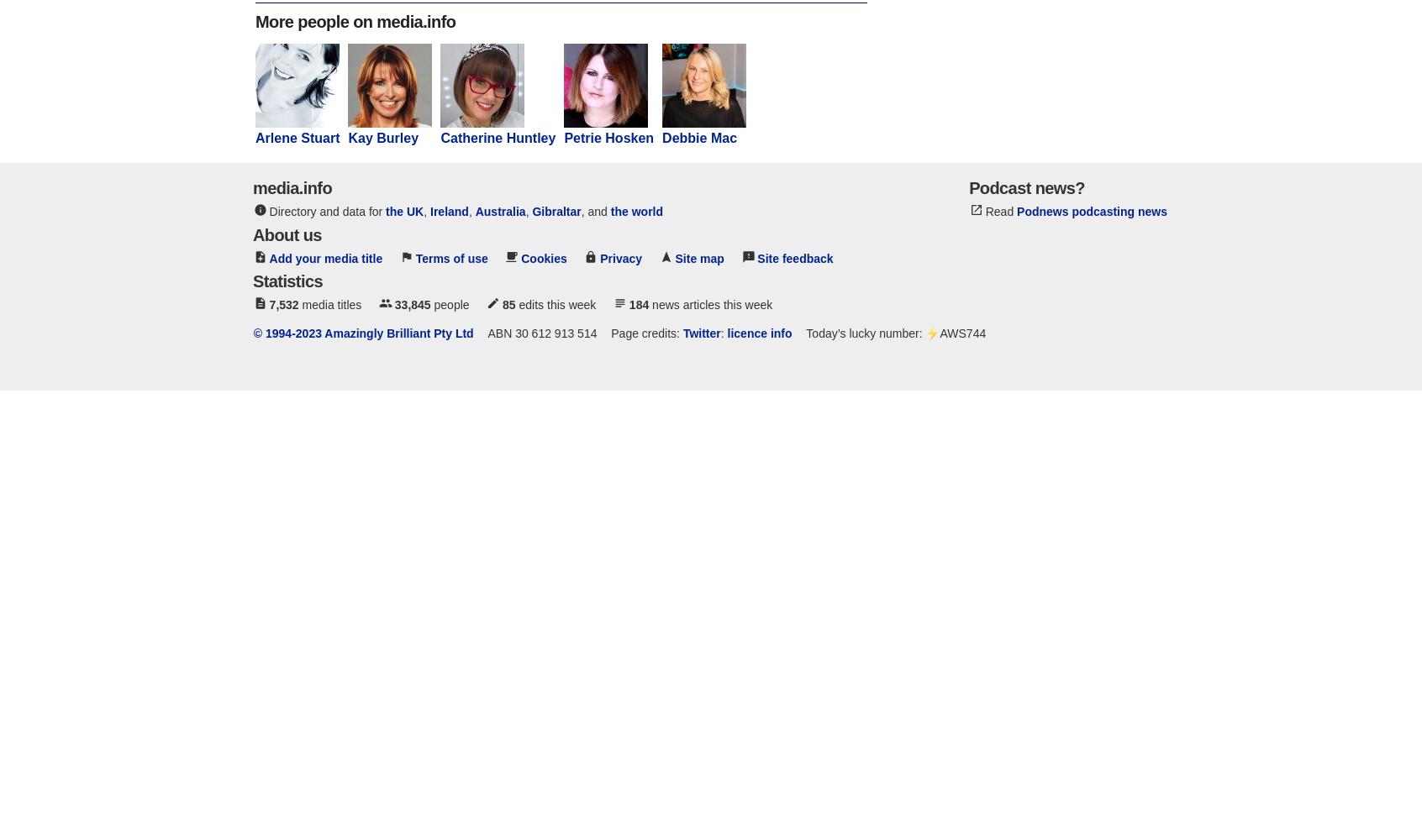  What do you see at coordinates (282, 304) in the screenshot?
I see `'7,532'` at bounding box center [282, 304].